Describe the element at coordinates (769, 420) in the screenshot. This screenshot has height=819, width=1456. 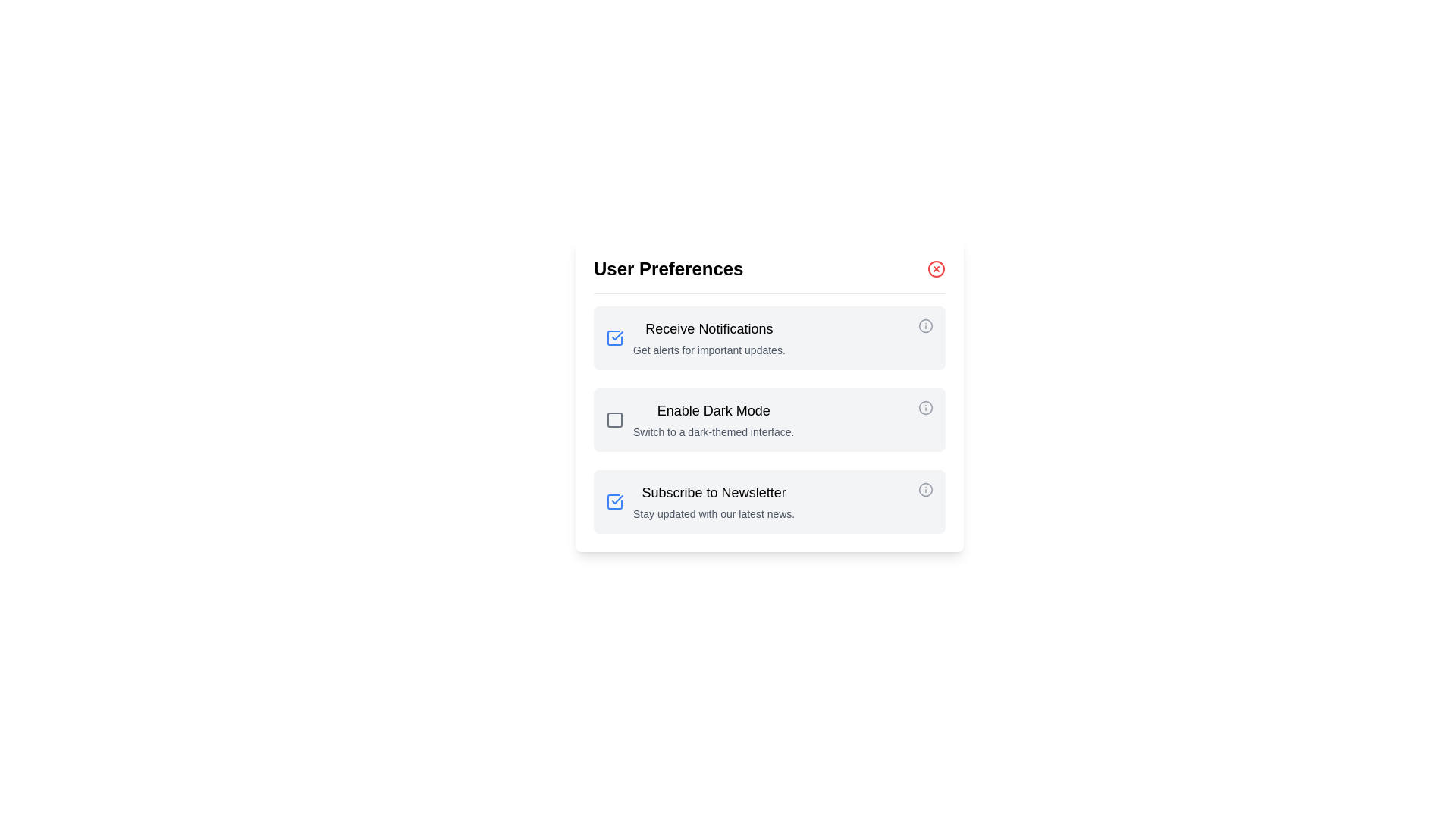
I see `the checkbox for toggling the dark mode feature, which is the second option in the User Preferences card, located beneath 'Receive Notifications' and above 'Subscribe to Newsletter'` at that location.